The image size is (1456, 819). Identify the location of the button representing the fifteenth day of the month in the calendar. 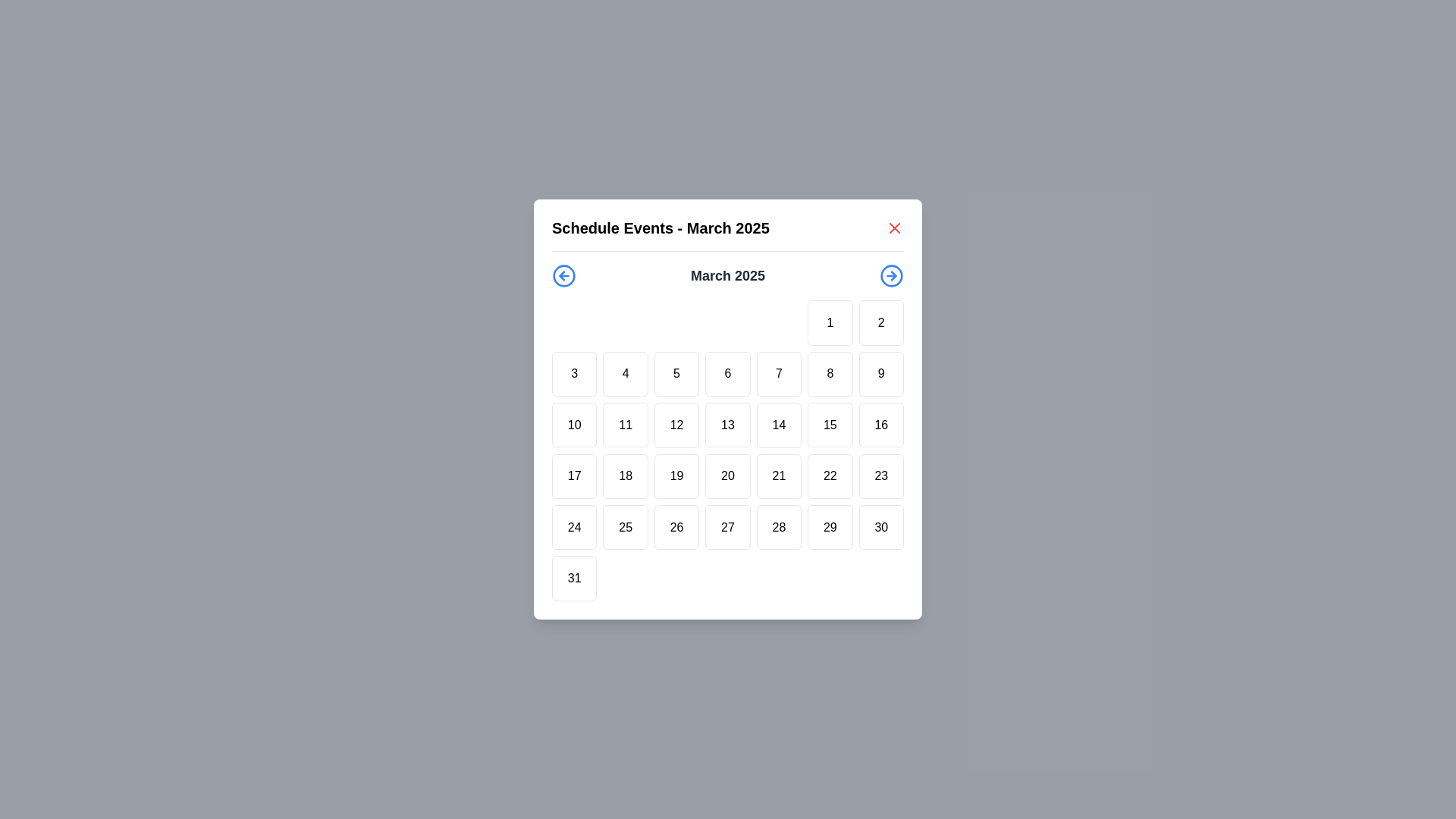
(829, 425).